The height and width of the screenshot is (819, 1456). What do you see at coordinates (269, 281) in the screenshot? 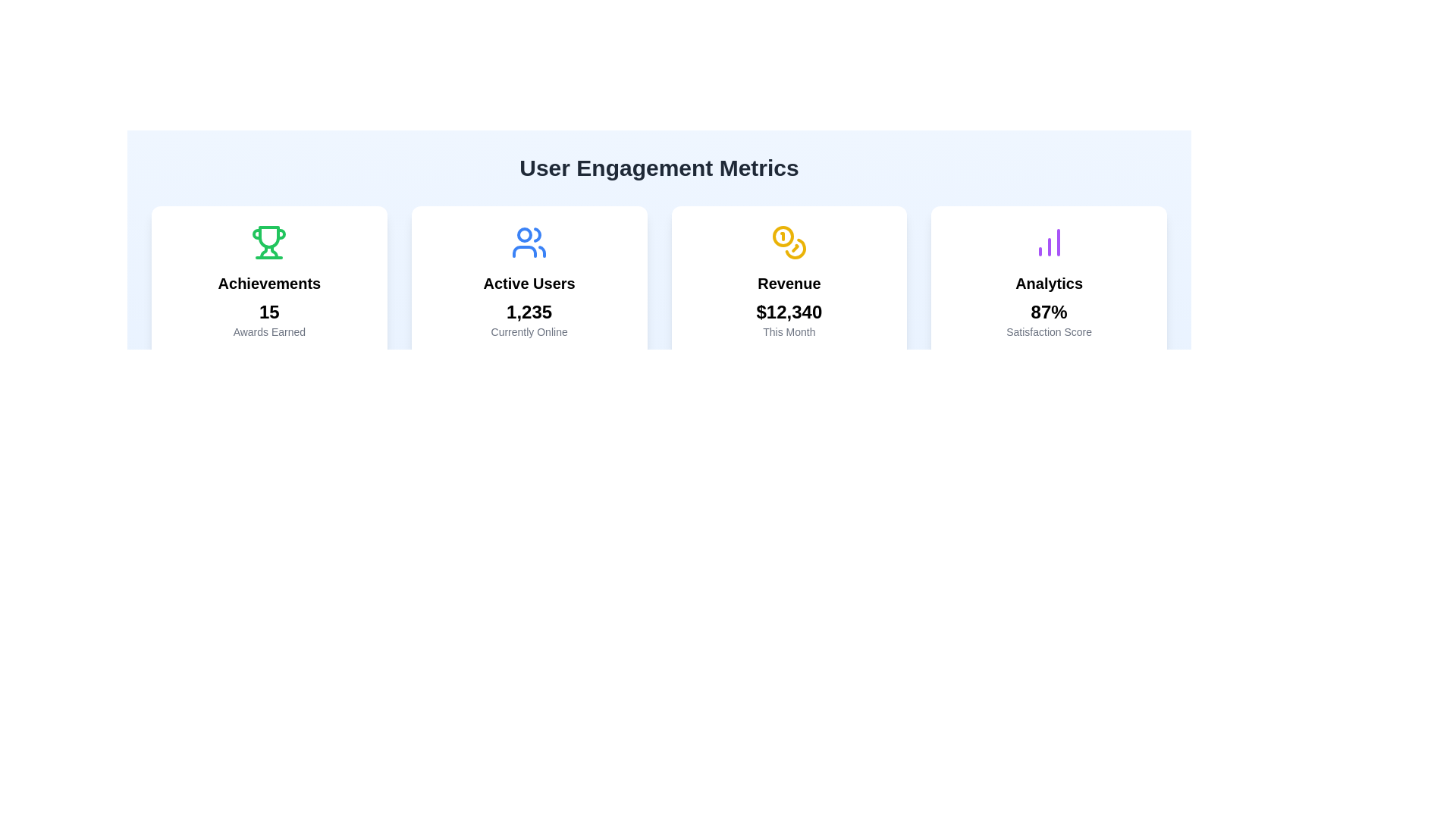
I see `the achievements card, which features a green trophy icon at the top, the bold text 'Achievements', a numeric value '15', and the description 'Awards Earned'` at bounding box center [269, 281].